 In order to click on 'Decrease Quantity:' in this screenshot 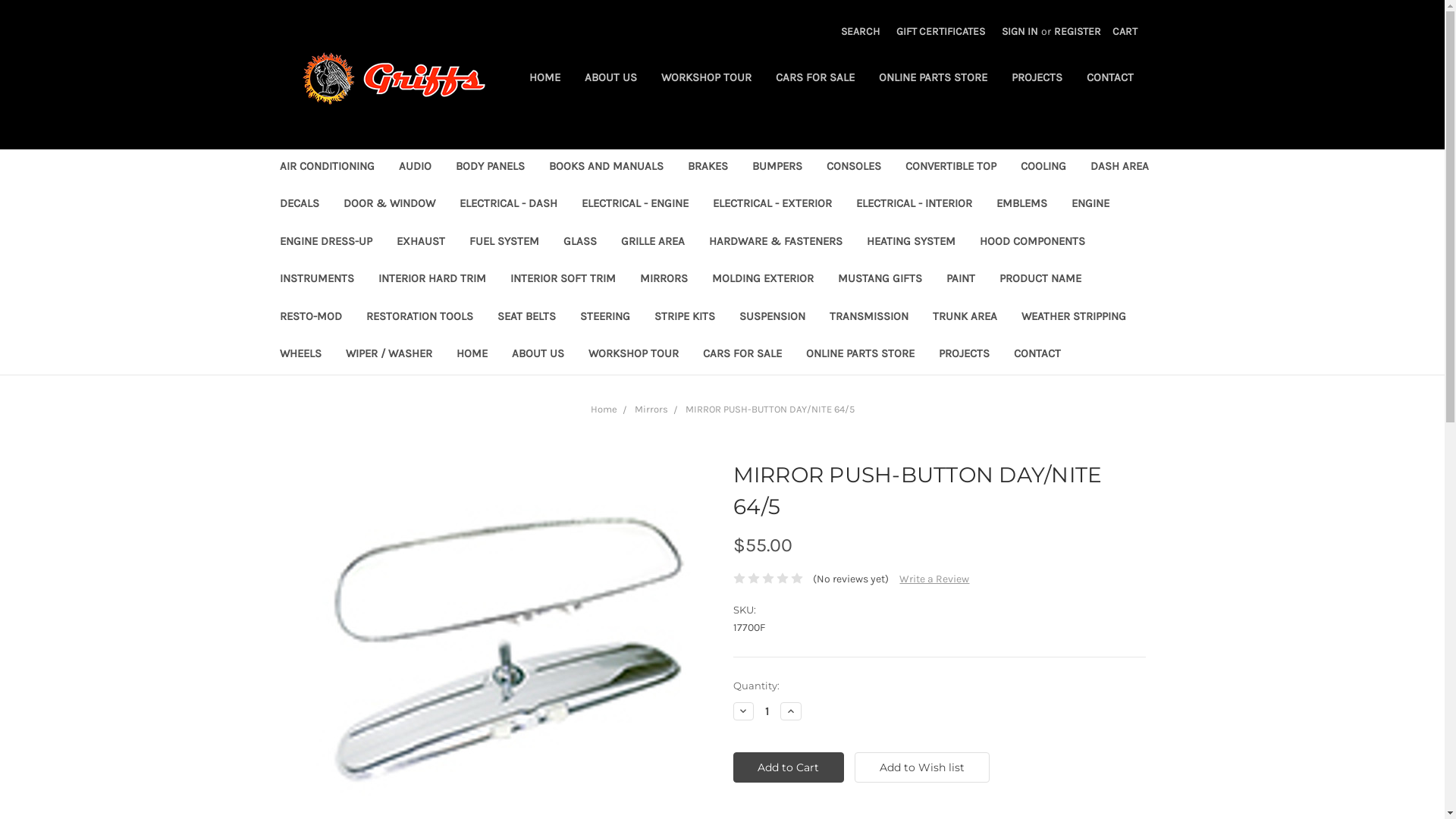, I will do `click(742, 711)`.